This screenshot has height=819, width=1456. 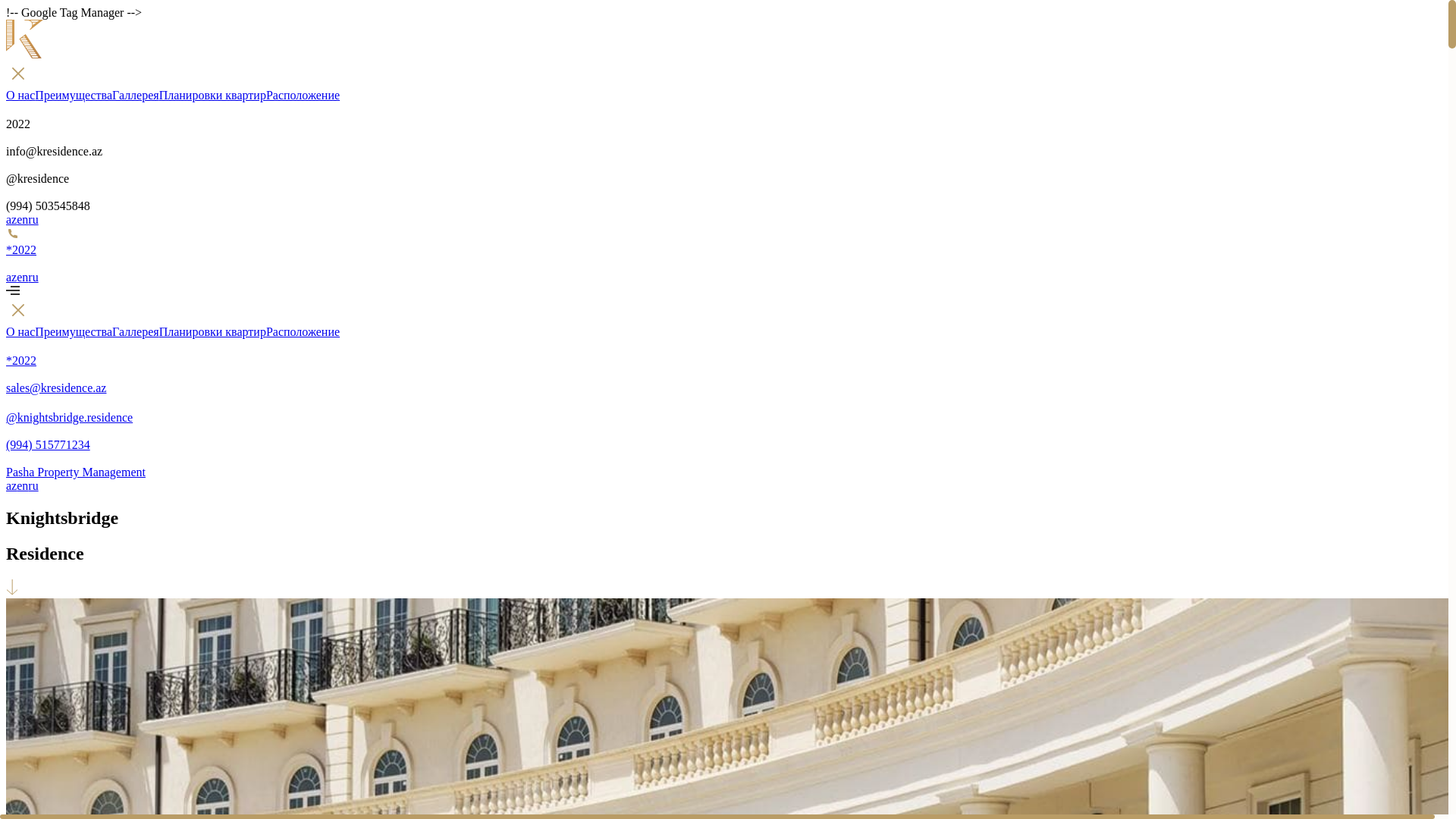 What do you see at coordinates (11, 485) in the screenshot?
I see `'az'` at bounding box center [11, 485].